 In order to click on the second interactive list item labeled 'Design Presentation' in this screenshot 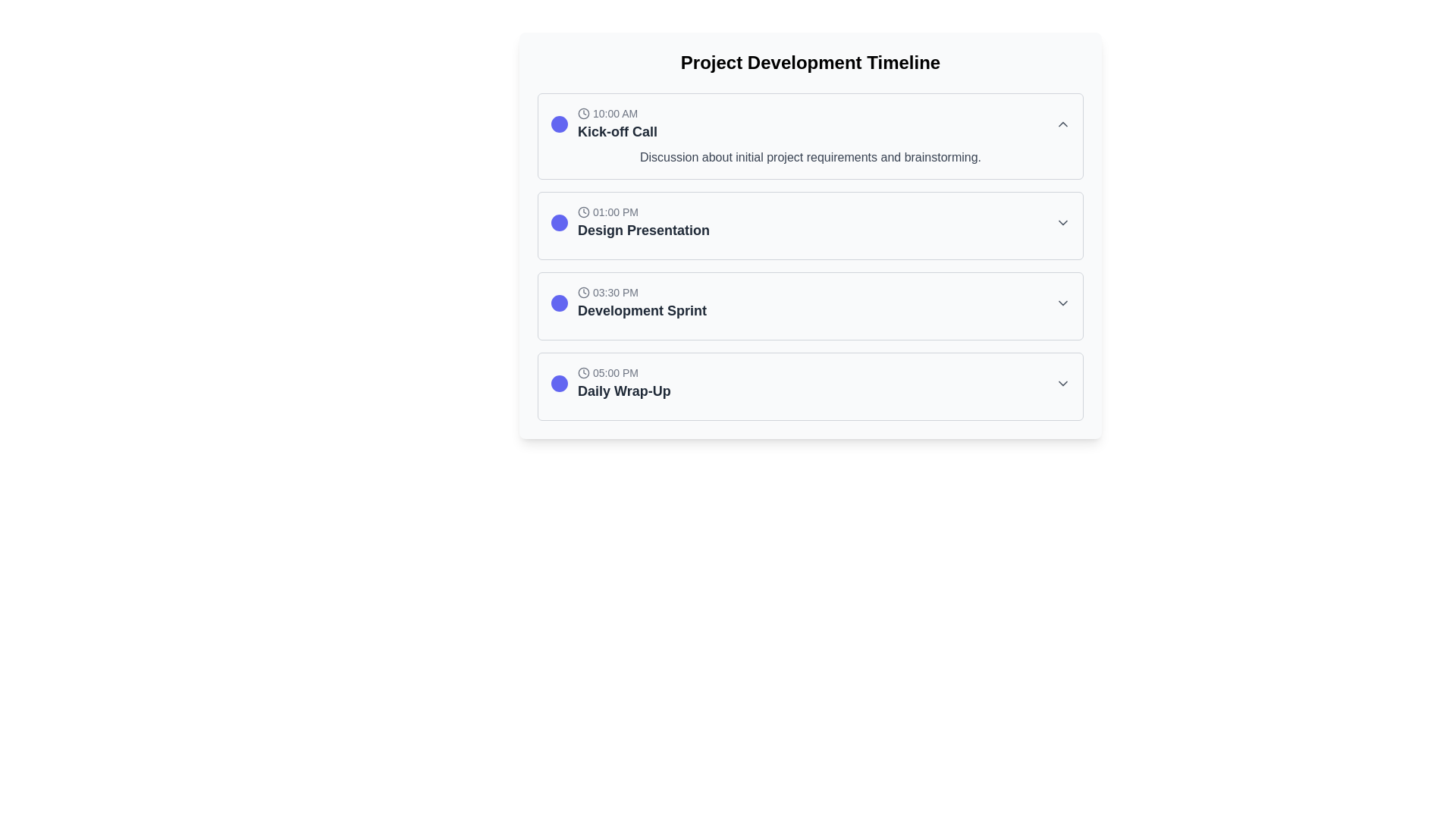, I will do `click(810, 225)`.